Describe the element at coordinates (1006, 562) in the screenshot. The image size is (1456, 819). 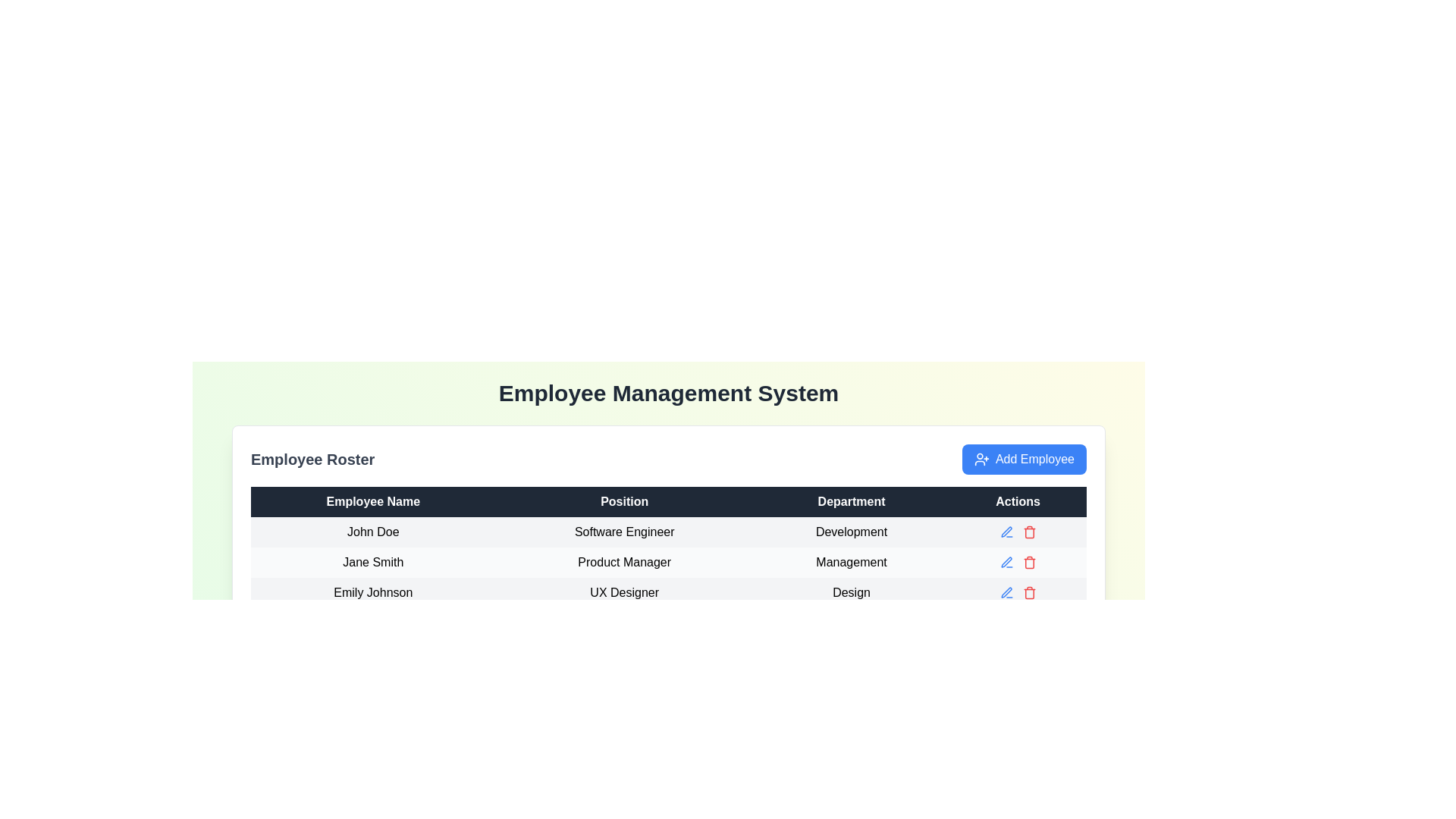
I see `the second graphic icon (SVG component) used for edit actions, located in the 'Actions' column next to the 'Management' entry row` at that location.